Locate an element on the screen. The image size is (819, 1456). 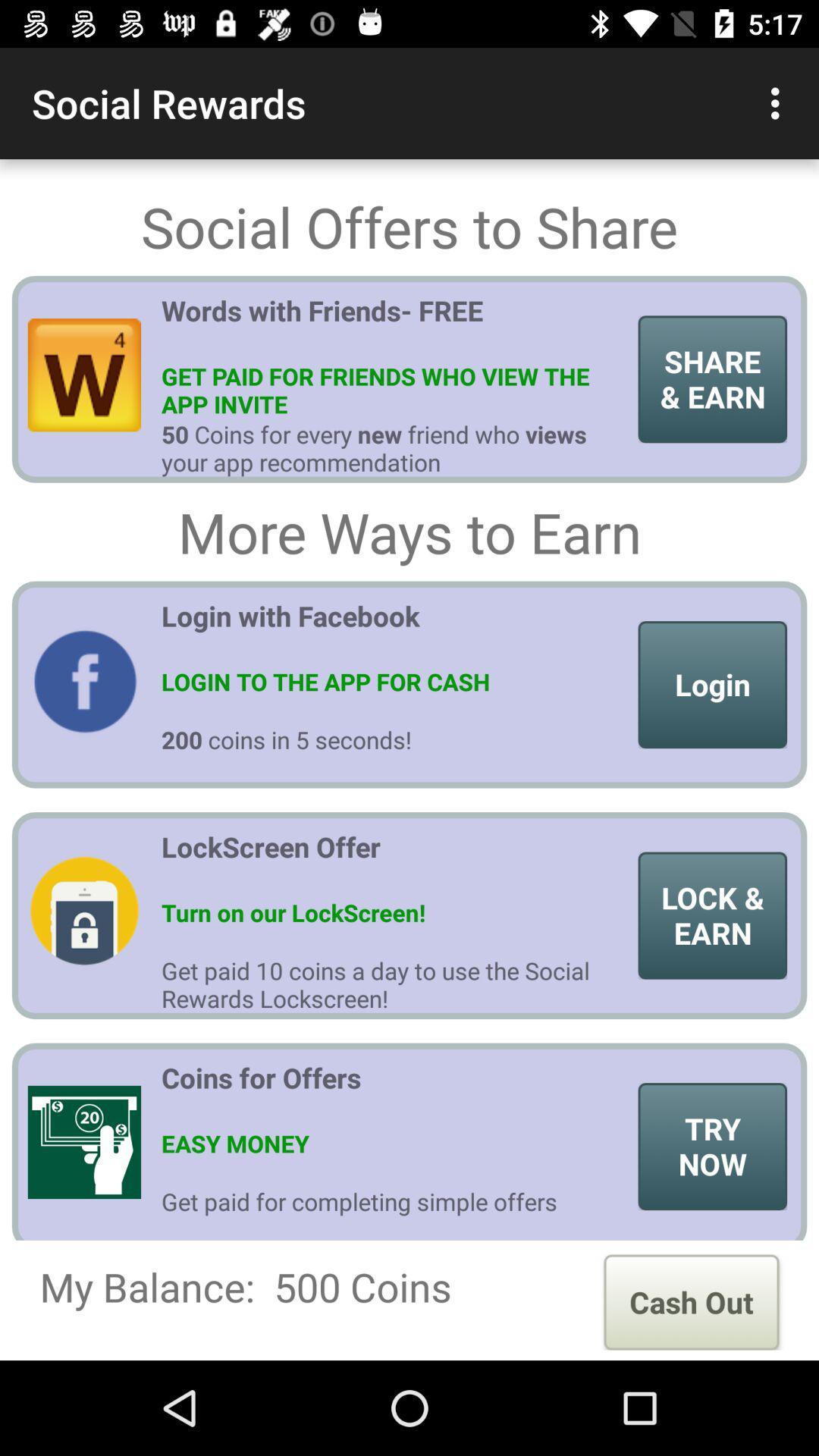
item to the left of the share & earn item is located at coordinates (394, 324).